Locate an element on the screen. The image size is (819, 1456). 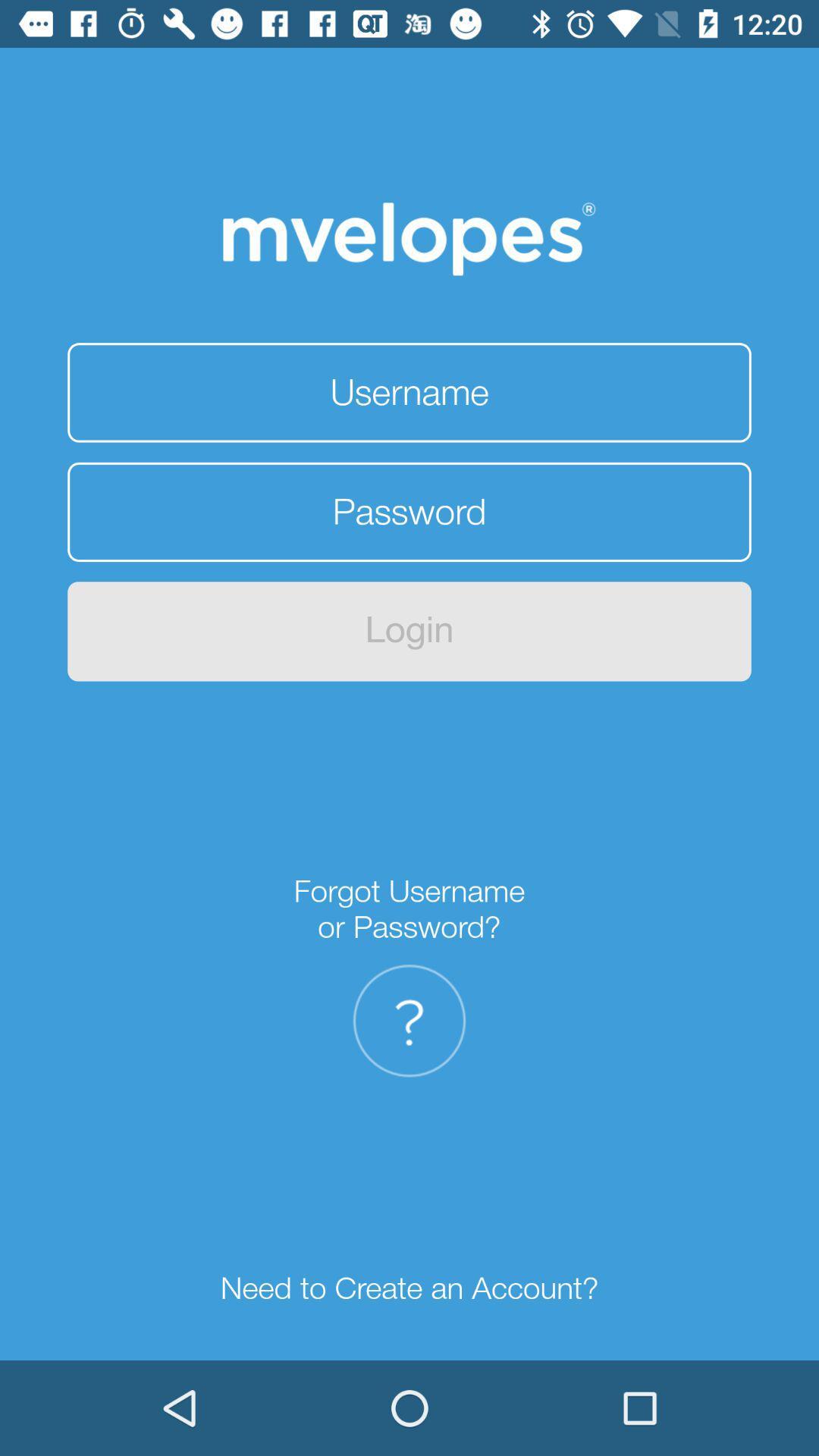
the help icon is located at coordinates (409, 1021).